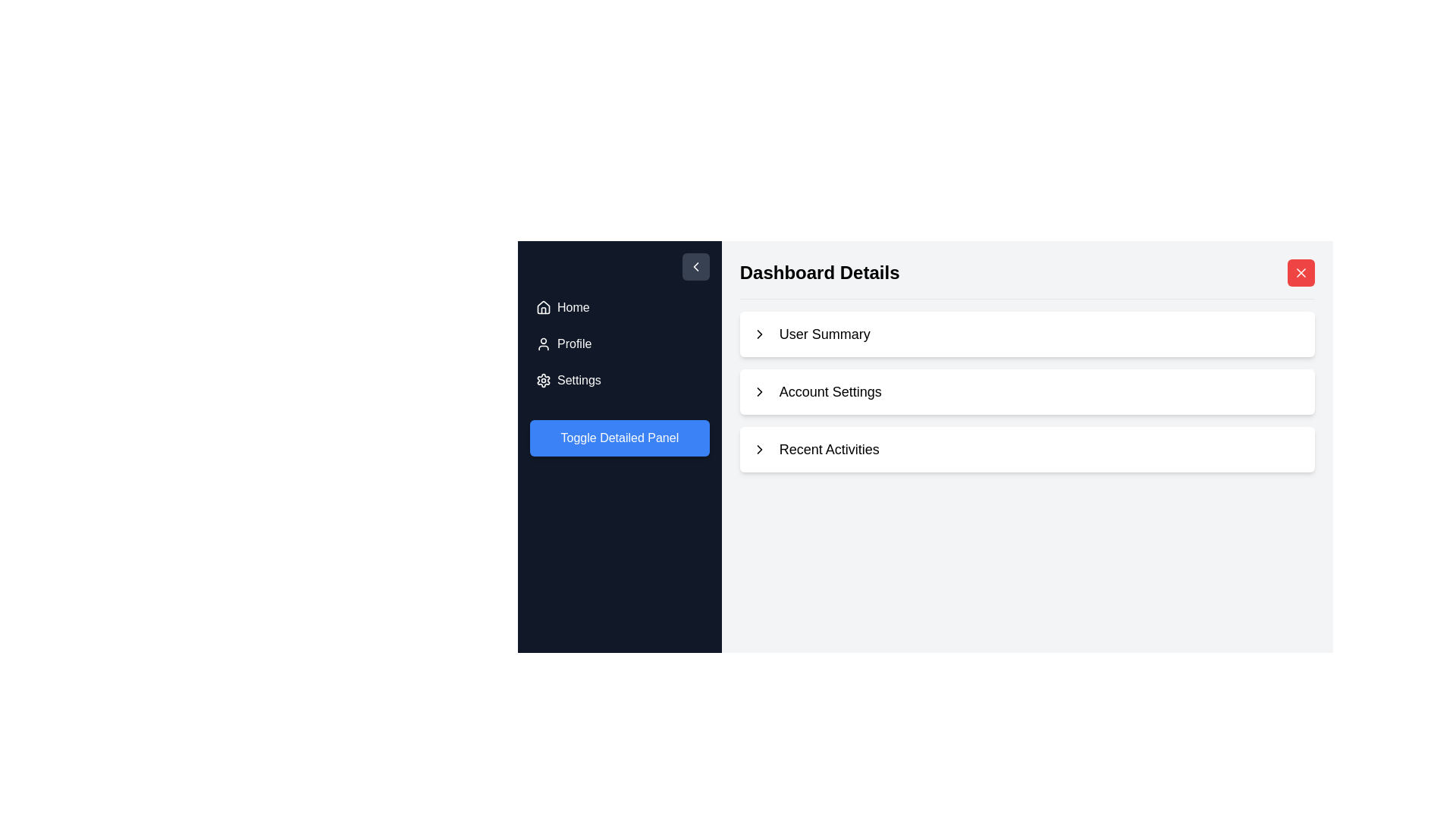 The width and height of the screenshot is (1456, 819). What do you see at coordinates (1301, 271) in the screenshot?
I see `the close button located at the upper right corner of the 'Dashboard Details' section` at bounding box center [1301, 271].